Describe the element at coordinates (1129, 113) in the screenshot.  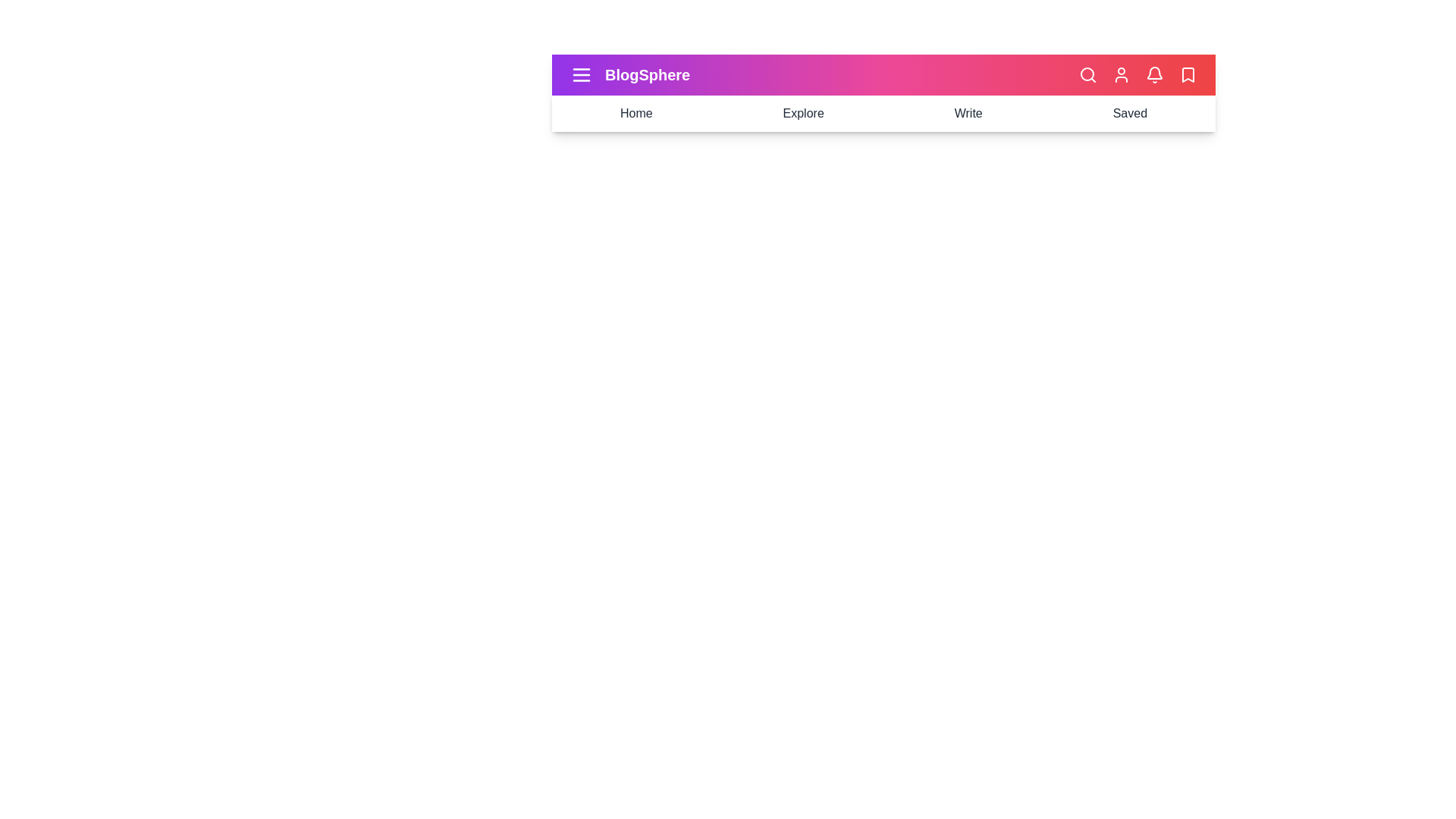
I see `the element Saved to preview its effect` at that location.